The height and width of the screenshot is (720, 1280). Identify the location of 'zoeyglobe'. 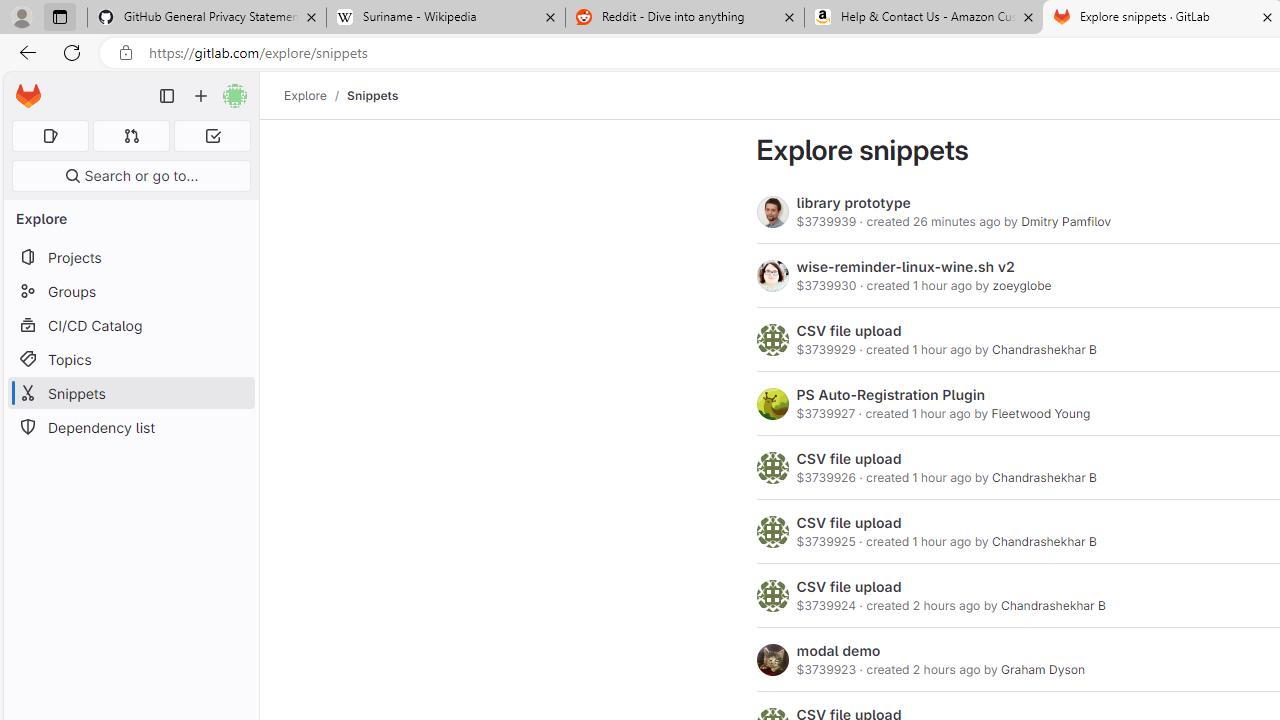
(1022, 285).